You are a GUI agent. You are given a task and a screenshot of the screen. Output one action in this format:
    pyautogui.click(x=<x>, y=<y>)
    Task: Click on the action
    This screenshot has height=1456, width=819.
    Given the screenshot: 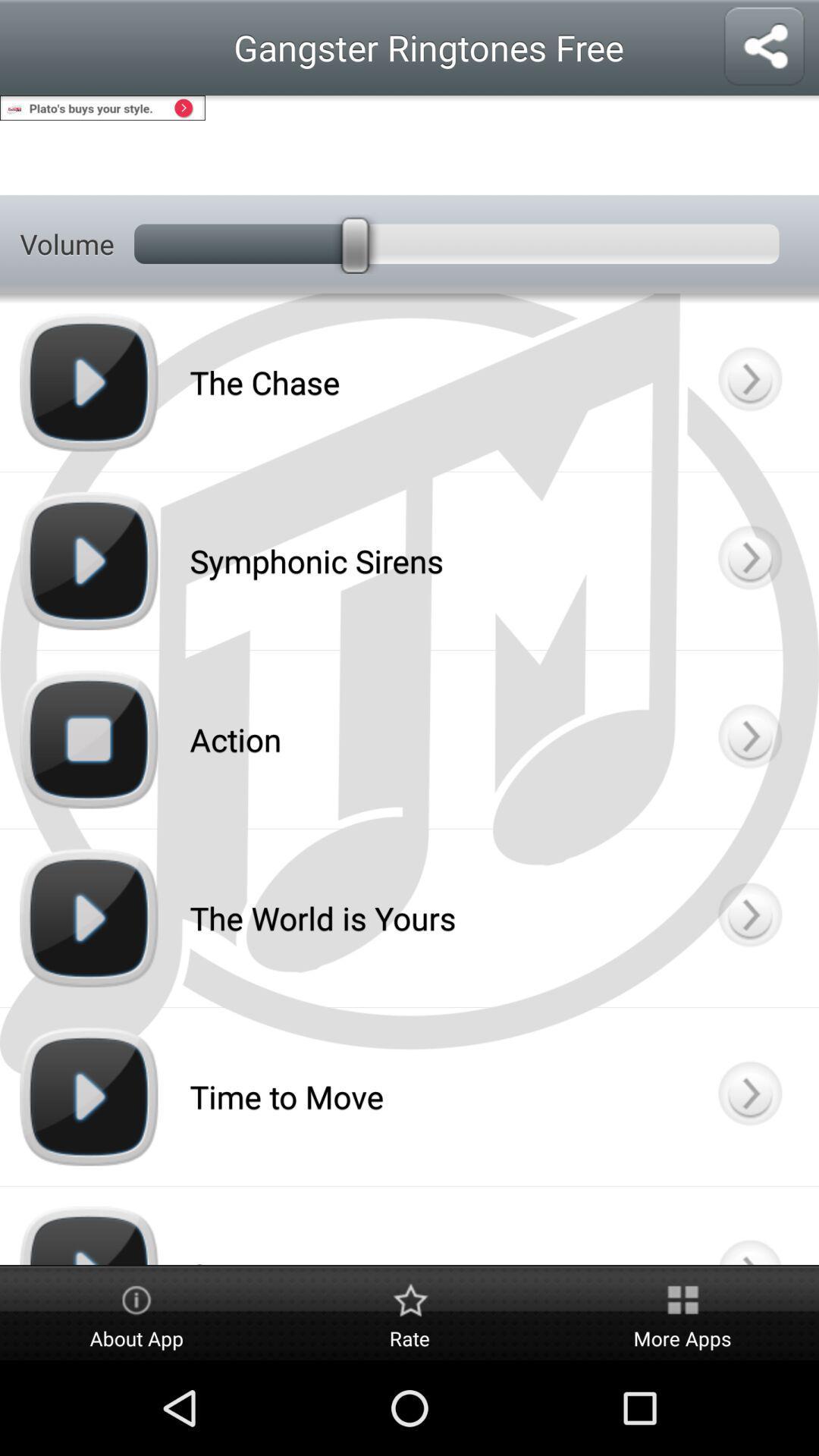 What is the action you would take?
    pyautogui.click(x=748, y=739)
    